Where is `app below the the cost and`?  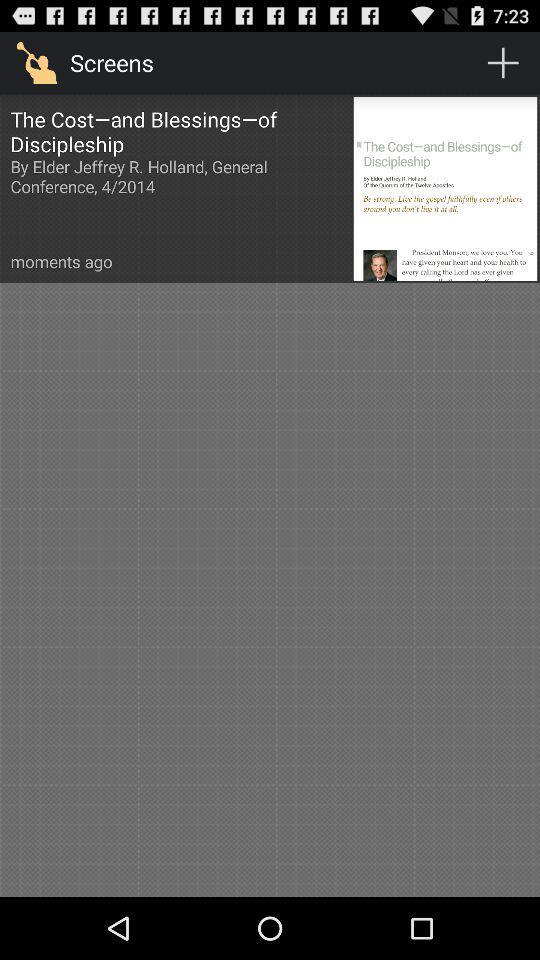 app below the the cost and is located at coordinates (61, 260).